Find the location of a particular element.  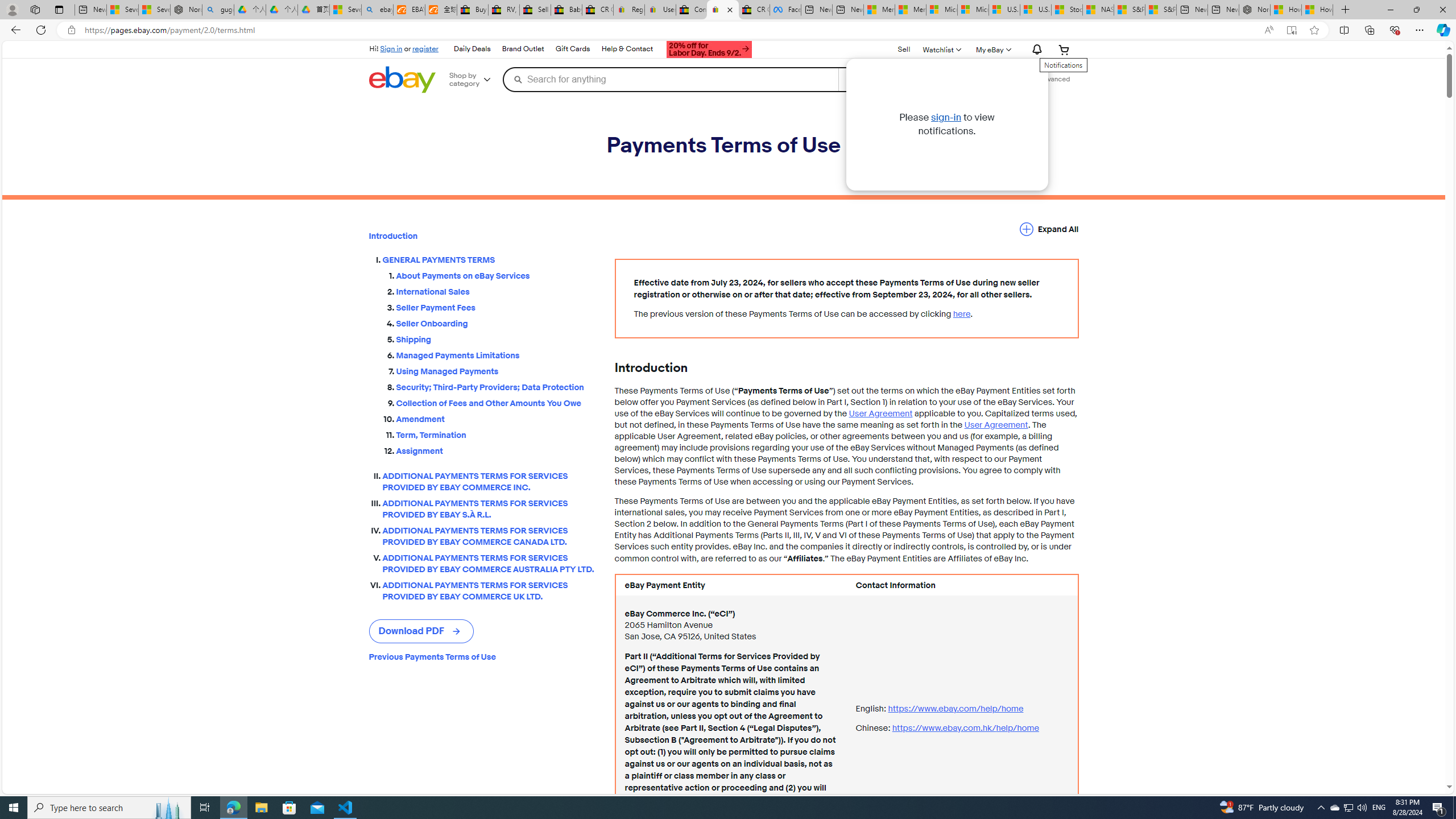

'Sell' is located at coordinates (904, 48).